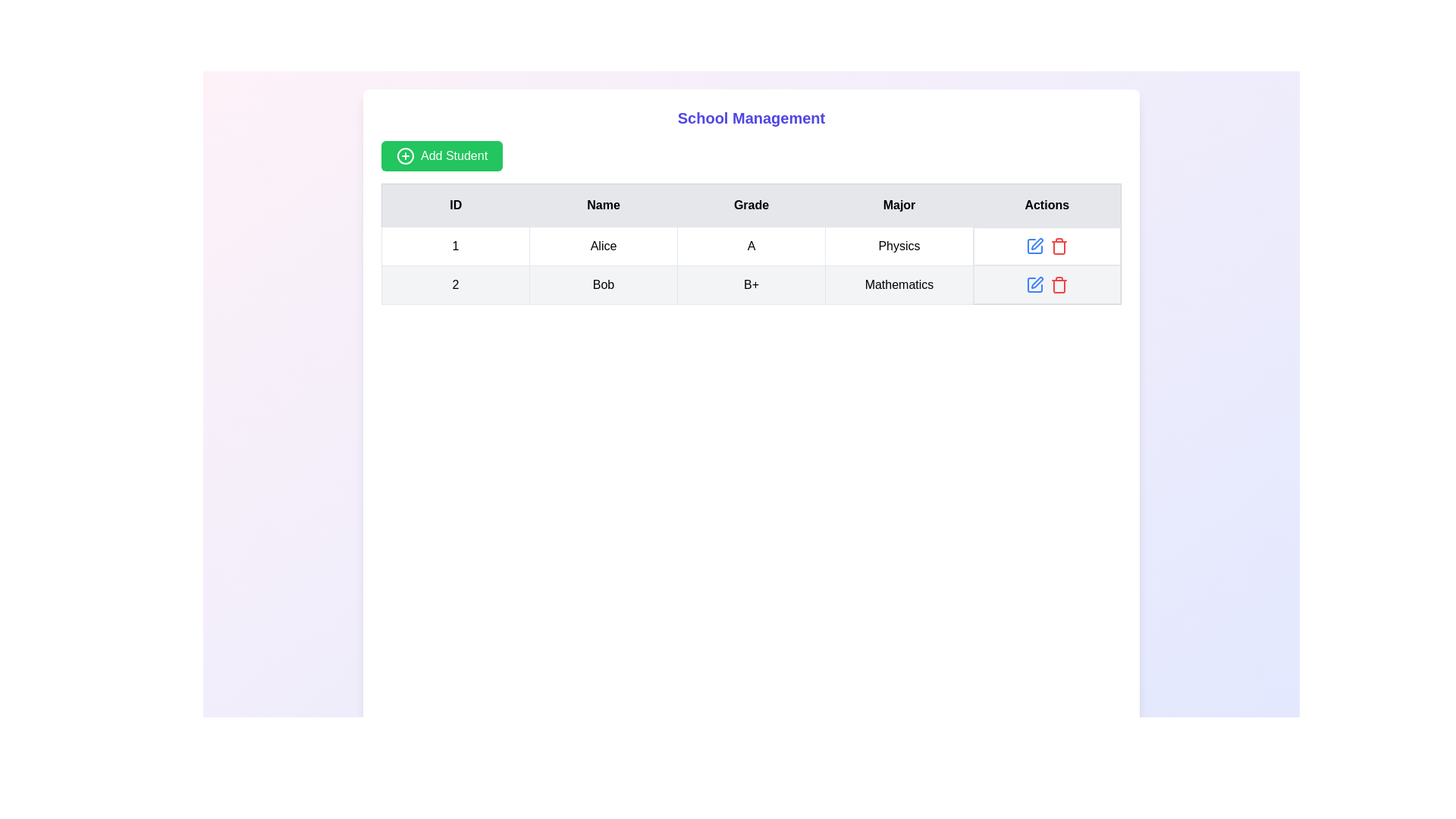 The image size is (1456, 819). What do you see at coordinates (751, 245) in the screenshot?
I see `the first row of the student records table` at bounding box center [751, 245].